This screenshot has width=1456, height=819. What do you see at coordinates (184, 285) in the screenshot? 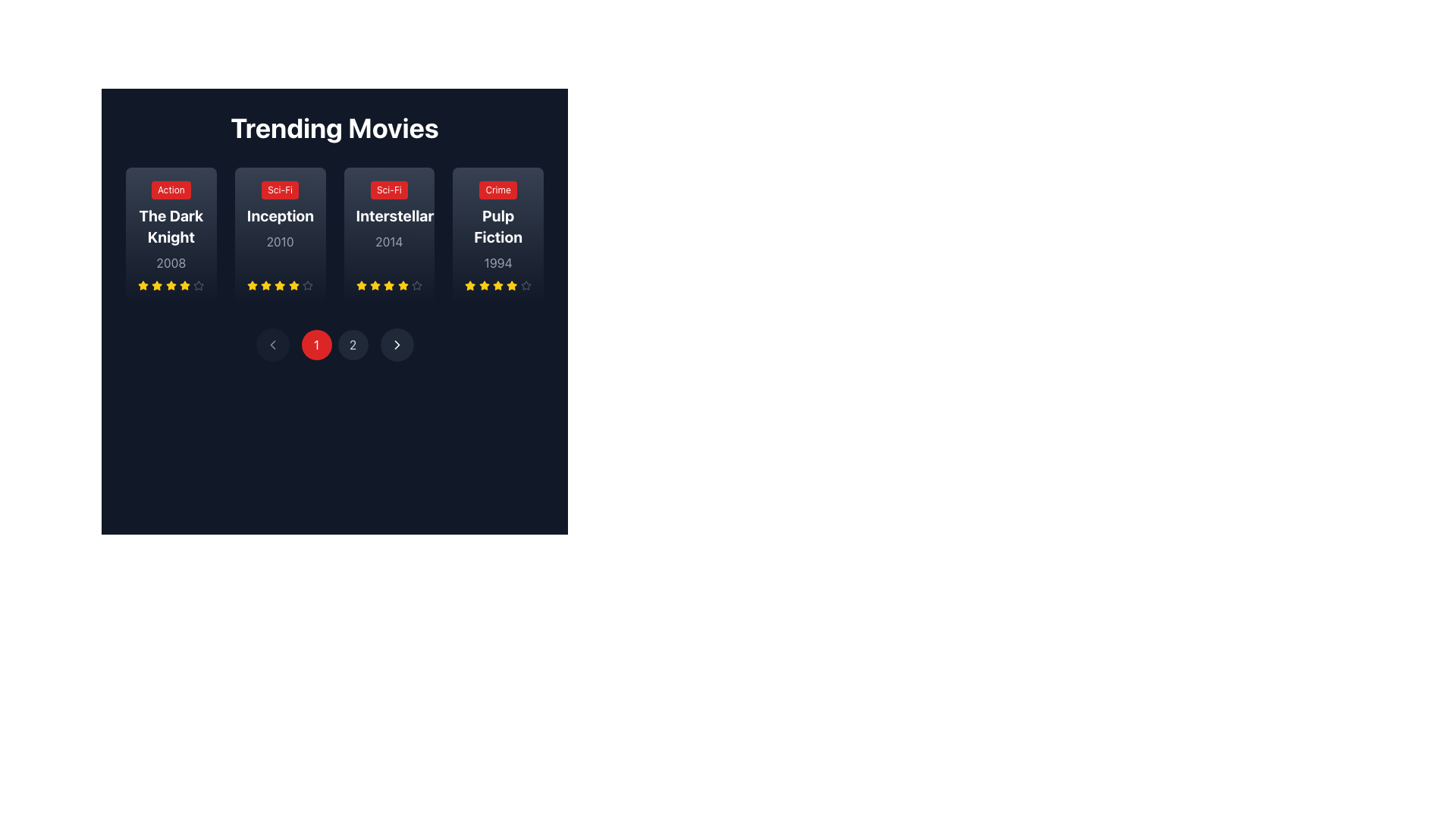
I see `the fifth yellow star icon in the rating system for 'The Dark Knight' using keyboard shortcuts if accessible` at bounding box center [184, 285].